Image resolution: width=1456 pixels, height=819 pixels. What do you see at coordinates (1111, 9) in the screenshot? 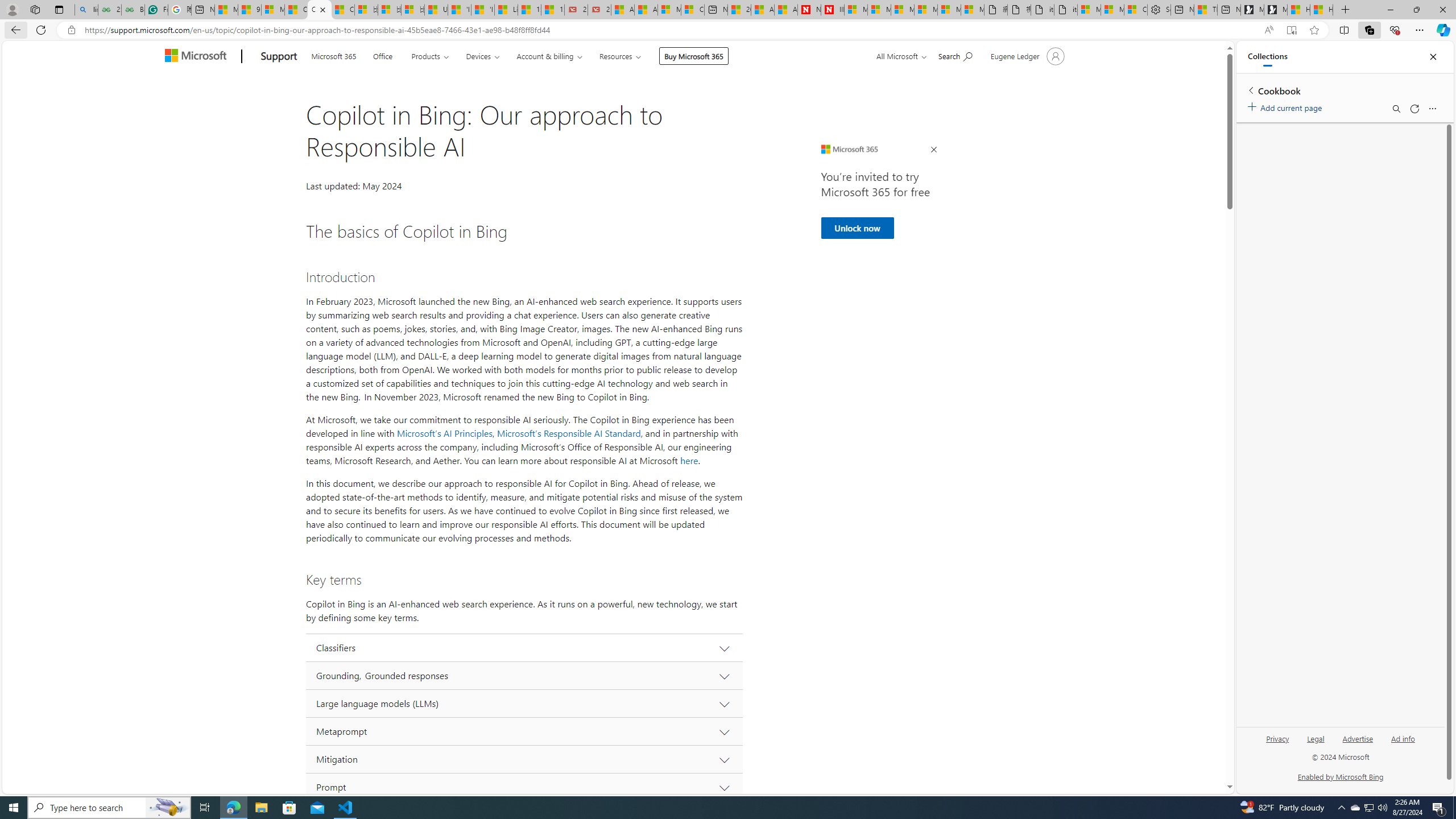
I see `'Microsoft account | Privacy'` at bounding box center [1111, 9].